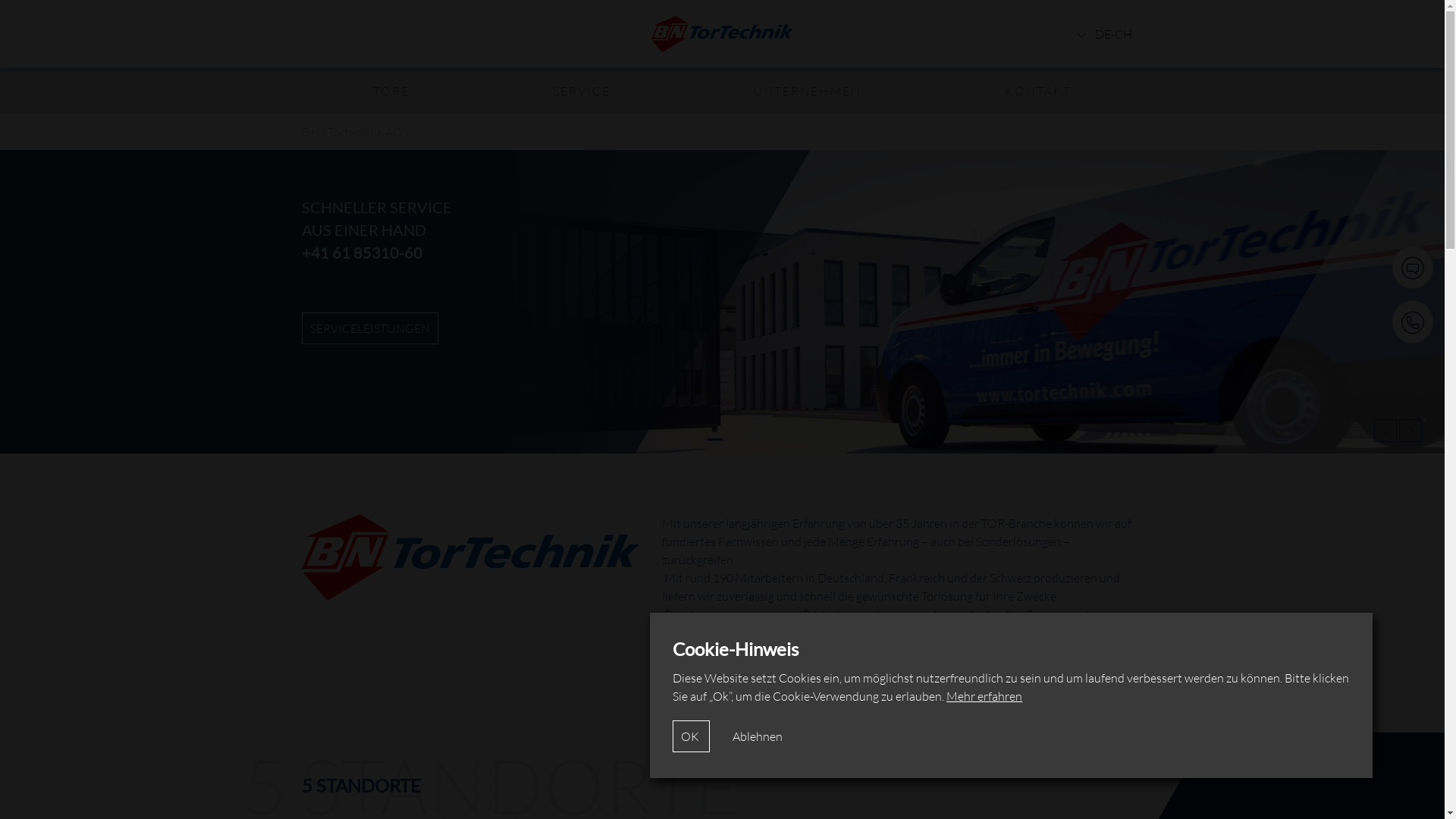  What do you see at coordinates (690, 736) in the screenshot?
I see `'OK'` at bounding box center [690, 736].